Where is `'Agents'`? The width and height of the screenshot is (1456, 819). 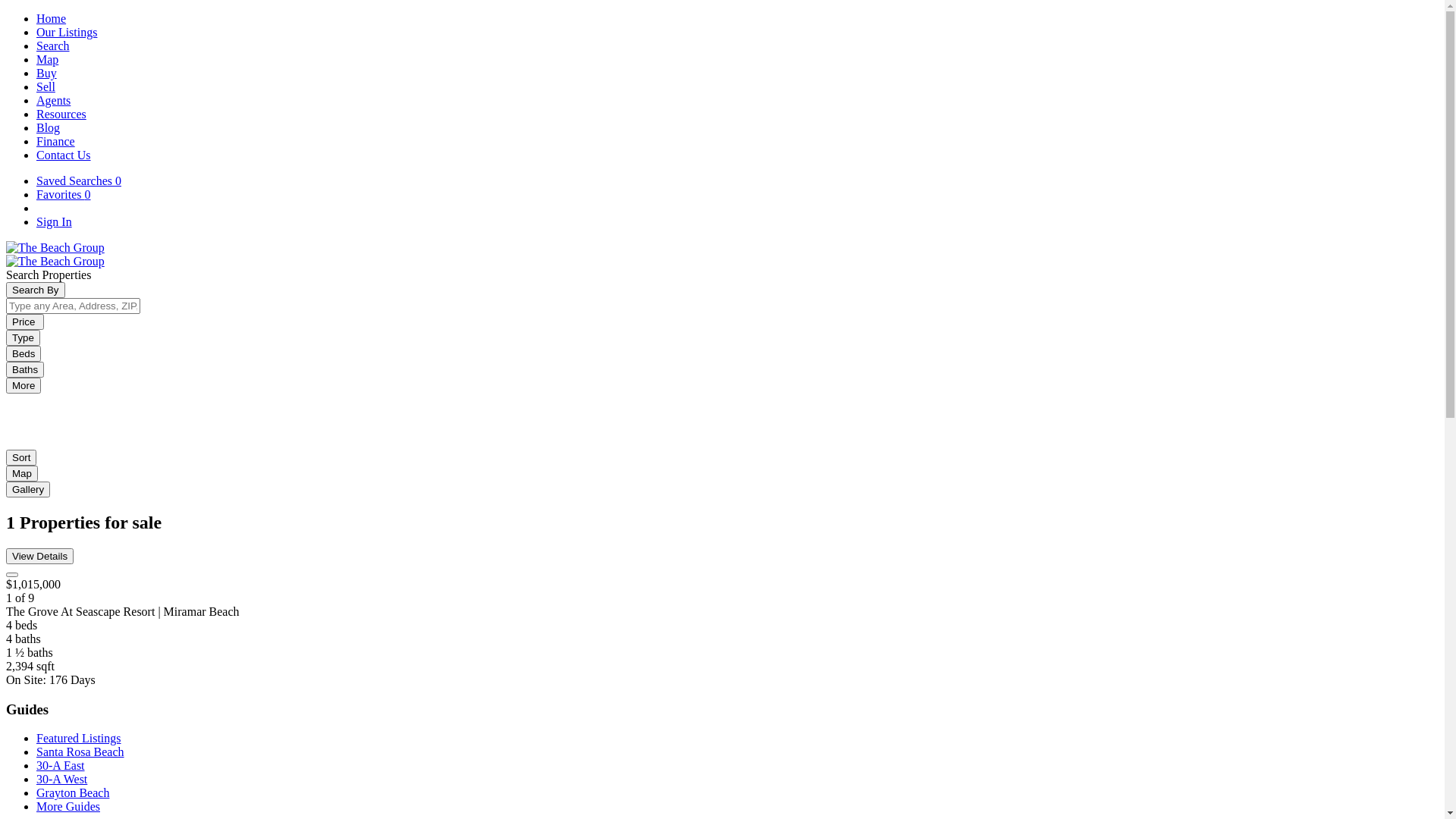
'Agents' is located at coordinates (53, 100).